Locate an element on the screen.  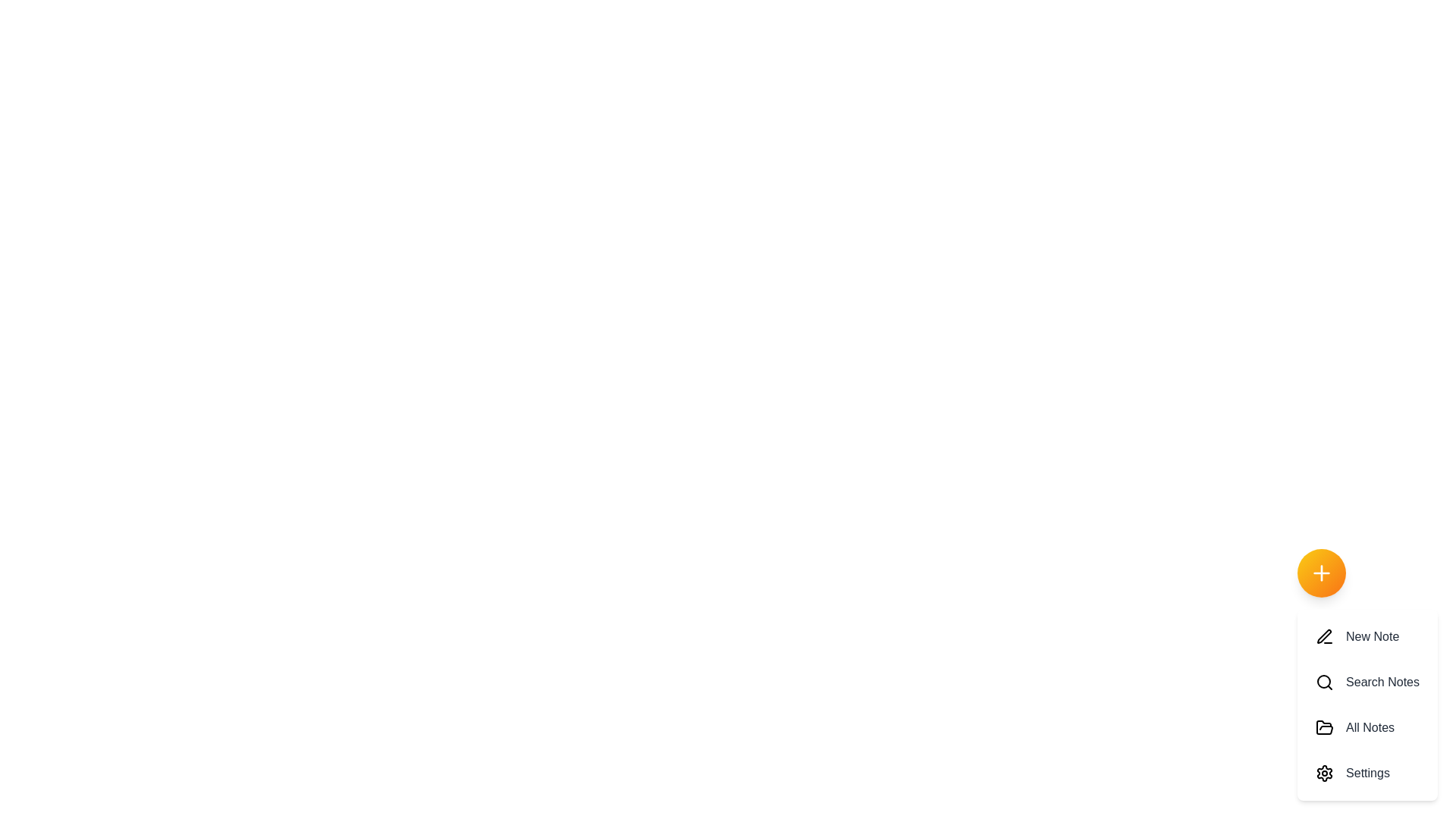
the 'Search Notes' option in the speed dial menu is located at coordinates (1367, 681).